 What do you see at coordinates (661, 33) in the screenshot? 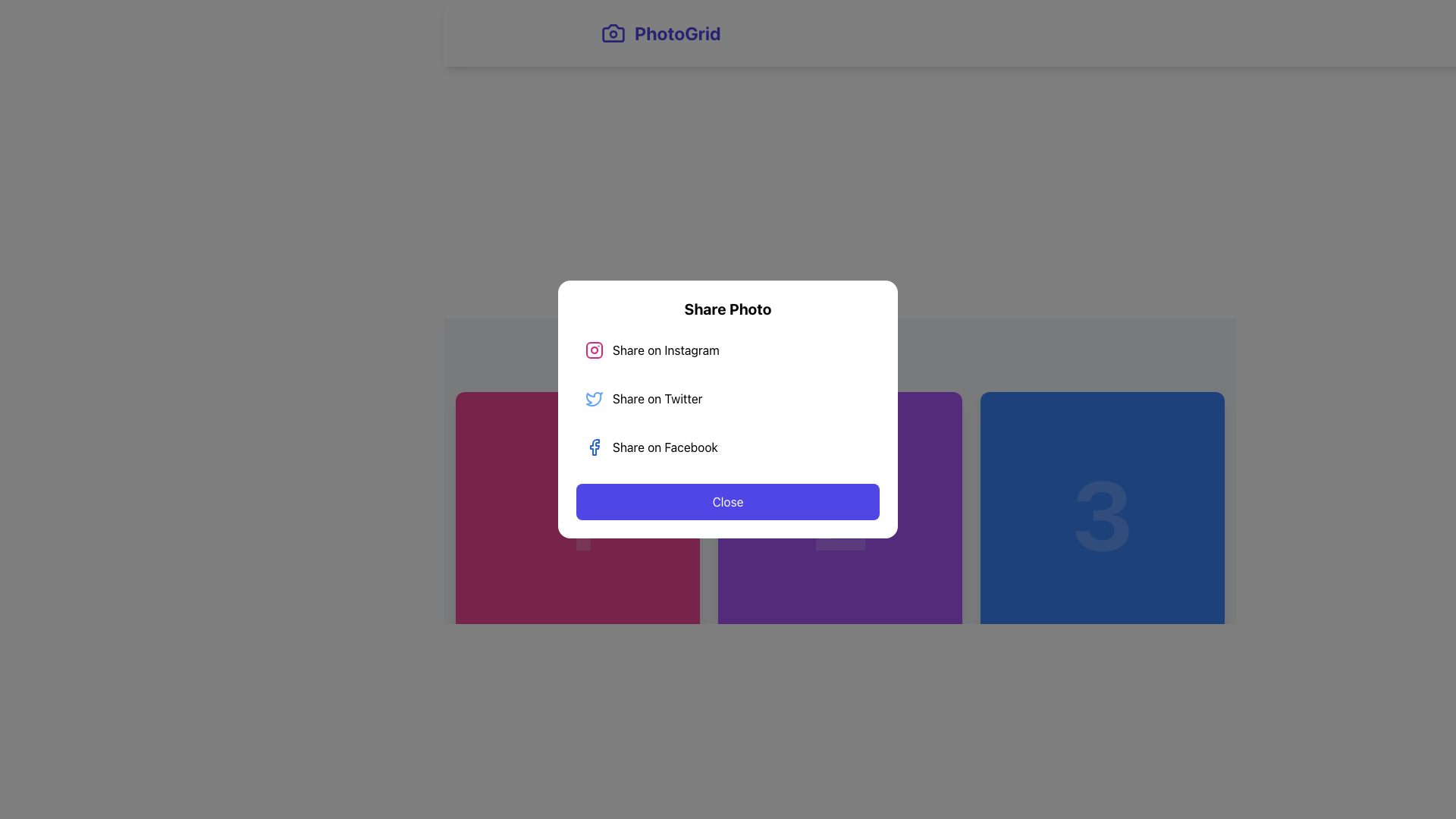
I see `the Branding Header element titled 'PhotoGrid' located at the top left corner of the application interface` at bounding box center [661, 33].